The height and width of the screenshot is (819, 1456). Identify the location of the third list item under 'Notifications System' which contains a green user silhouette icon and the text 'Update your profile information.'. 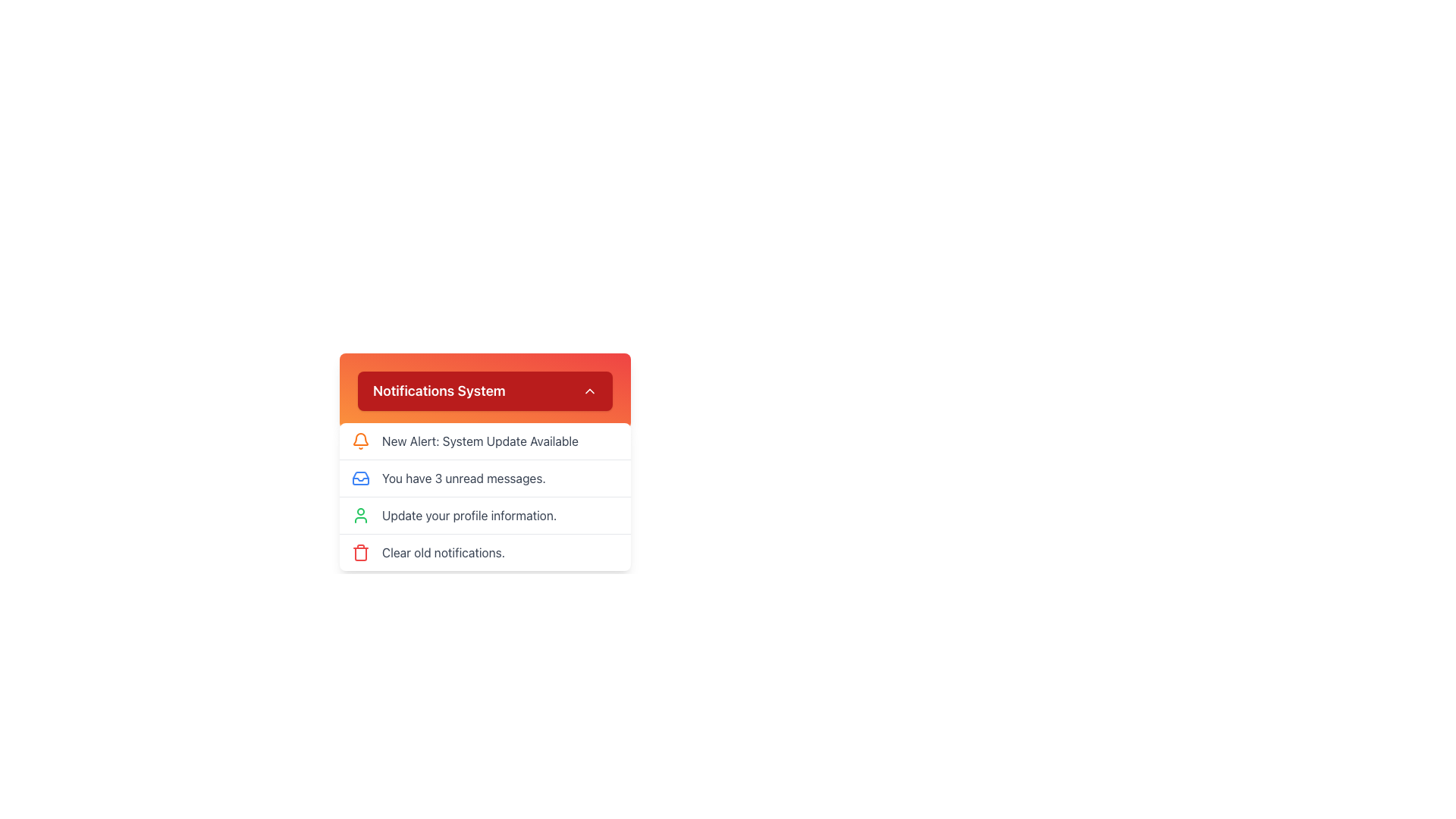
(484, 514).